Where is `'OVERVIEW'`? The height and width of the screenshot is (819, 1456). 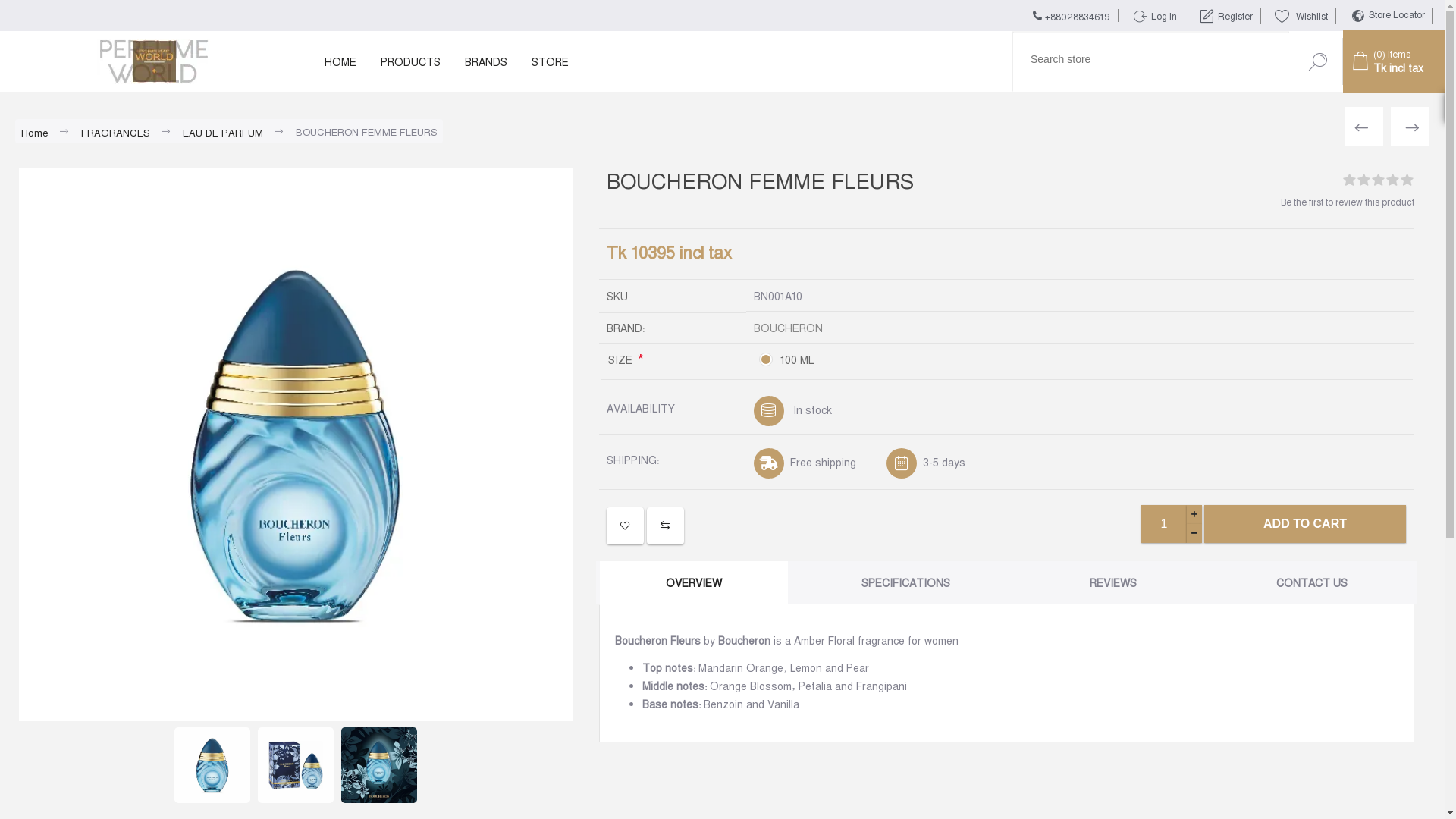 'OVERVIEW' is located at coordinates (693, 582).